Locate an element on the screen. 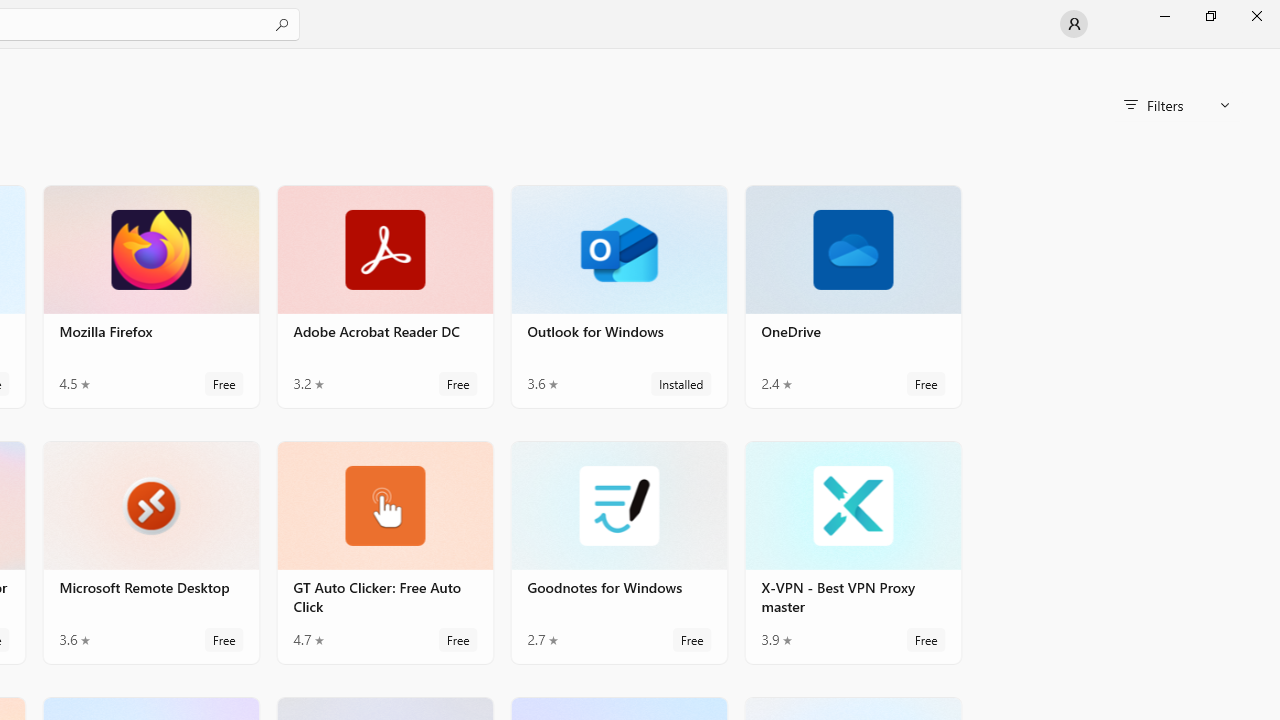  'Minimize Microsoft Store' is located at coordinates (1164, 15).